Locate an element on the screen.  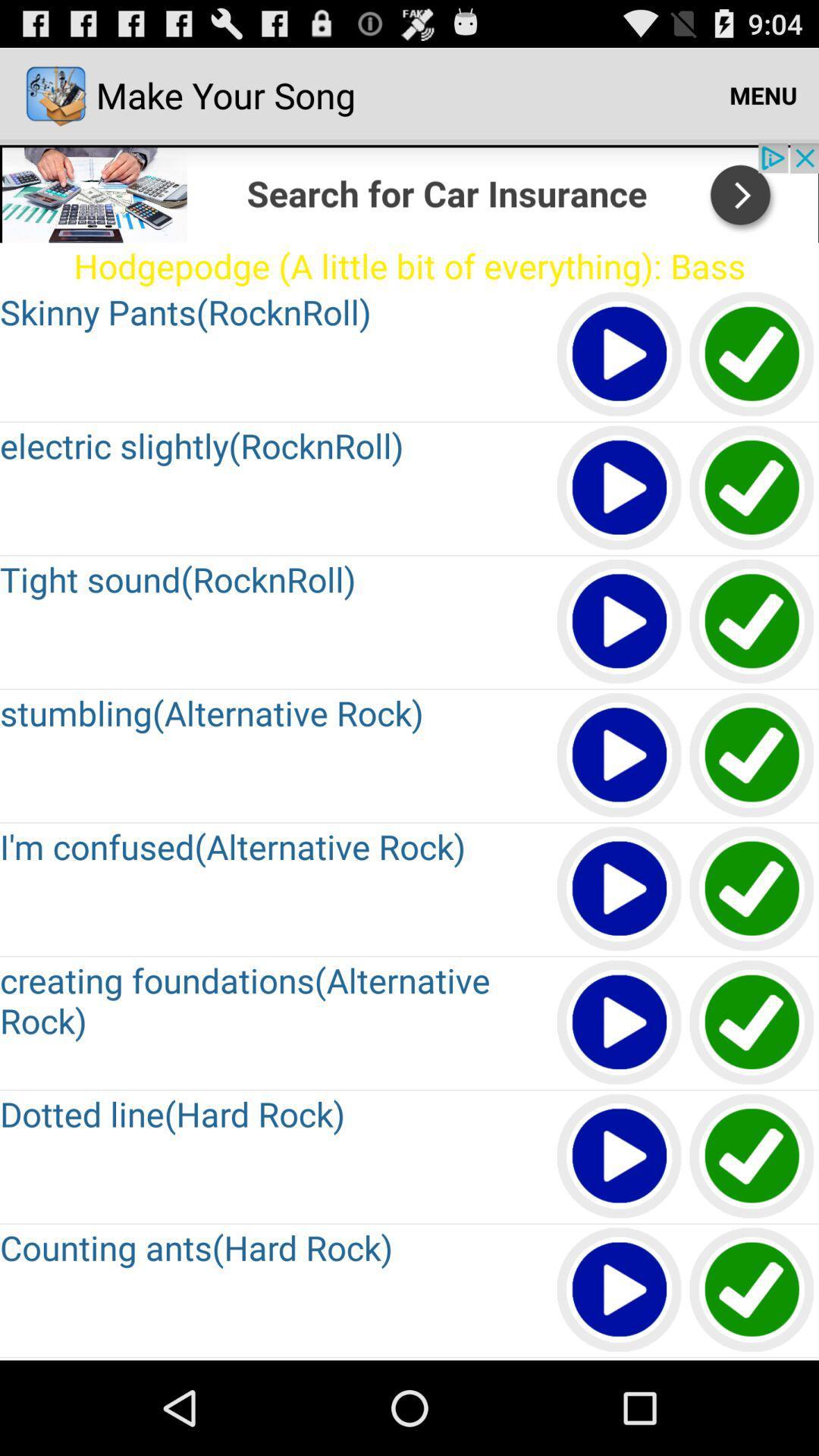
button is located at coordinates (620, 1023).